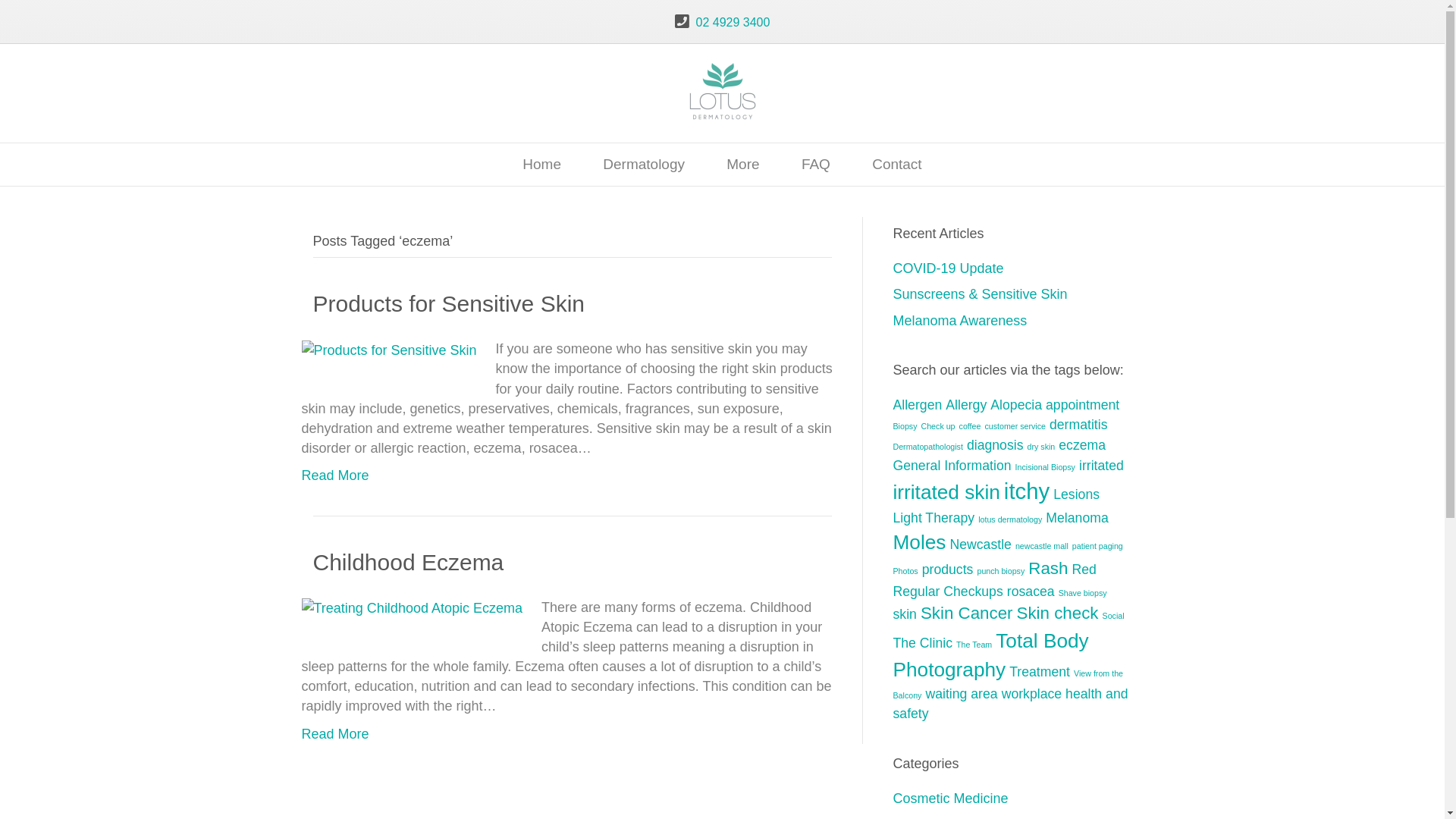  Describe the element at coordinates (1076, 516) in the screenshot. I see `'Melanoma'` at that location.